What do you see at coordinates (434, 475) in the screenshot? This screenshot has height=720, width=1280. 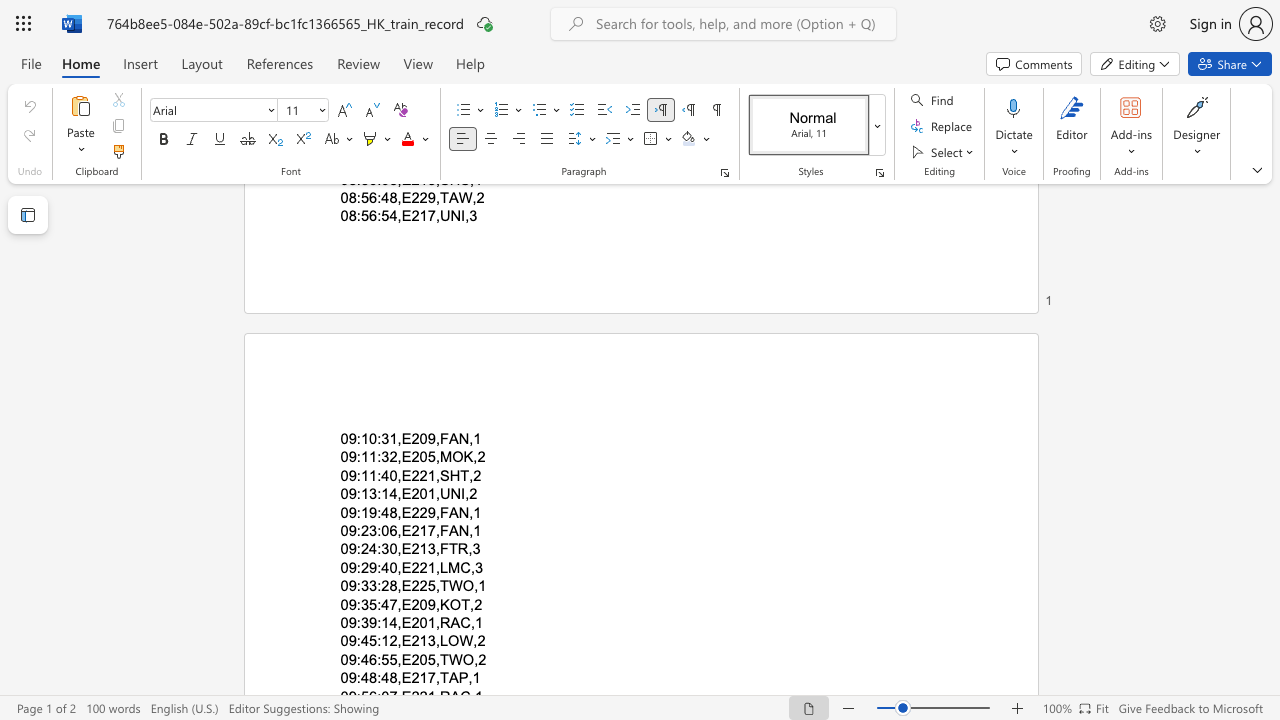 I see `the subset text ",SHT" within the text "09:11:40,E221,SHT,2"` at bounding box center [434, 475].